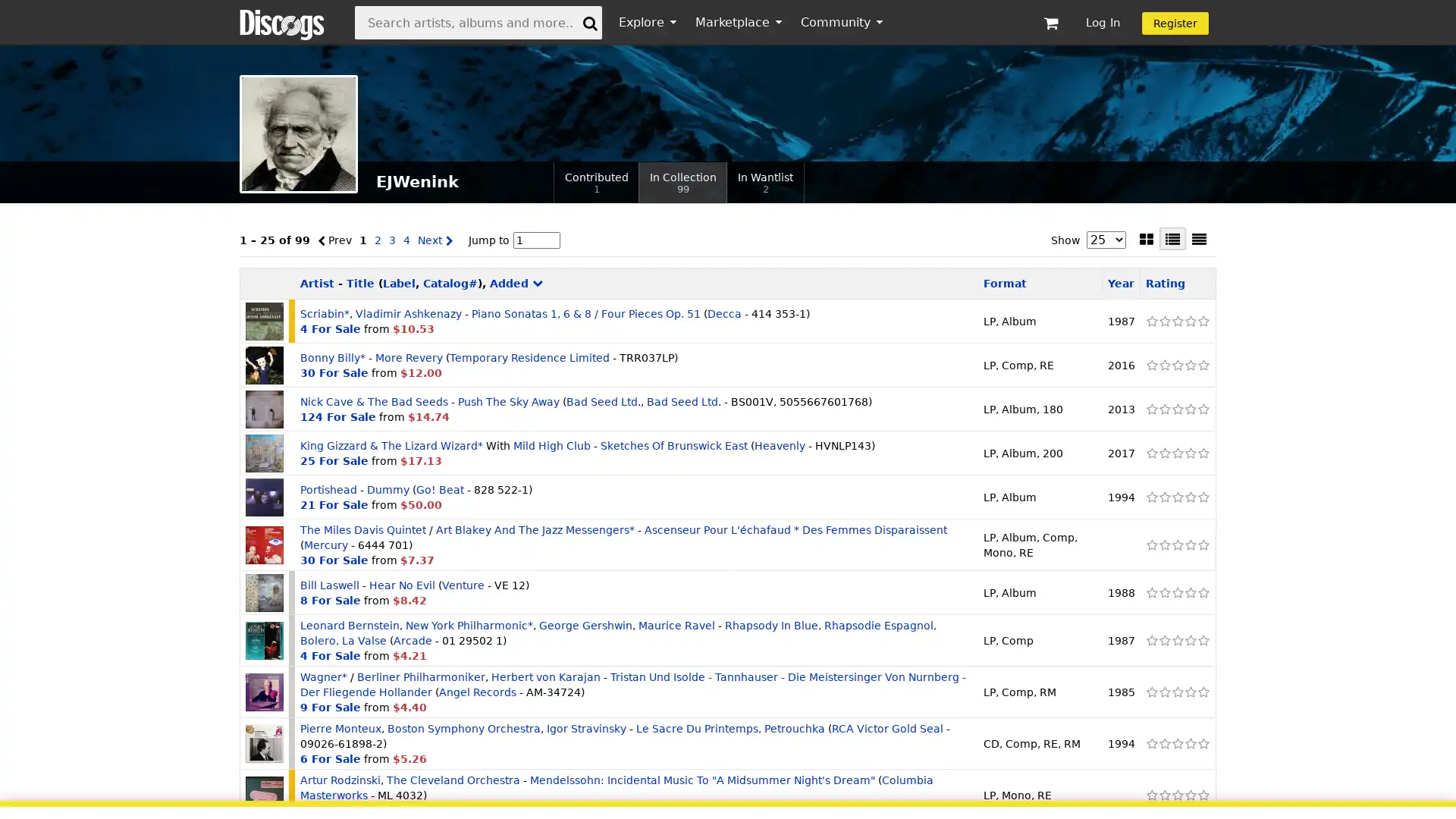 The height and width of the screenshot is (819, 1456). What do you see at coordinates (1189, 497) in the screenshot?
I see `Rate this release 4 stars.` at bounding box center [1189, 497].